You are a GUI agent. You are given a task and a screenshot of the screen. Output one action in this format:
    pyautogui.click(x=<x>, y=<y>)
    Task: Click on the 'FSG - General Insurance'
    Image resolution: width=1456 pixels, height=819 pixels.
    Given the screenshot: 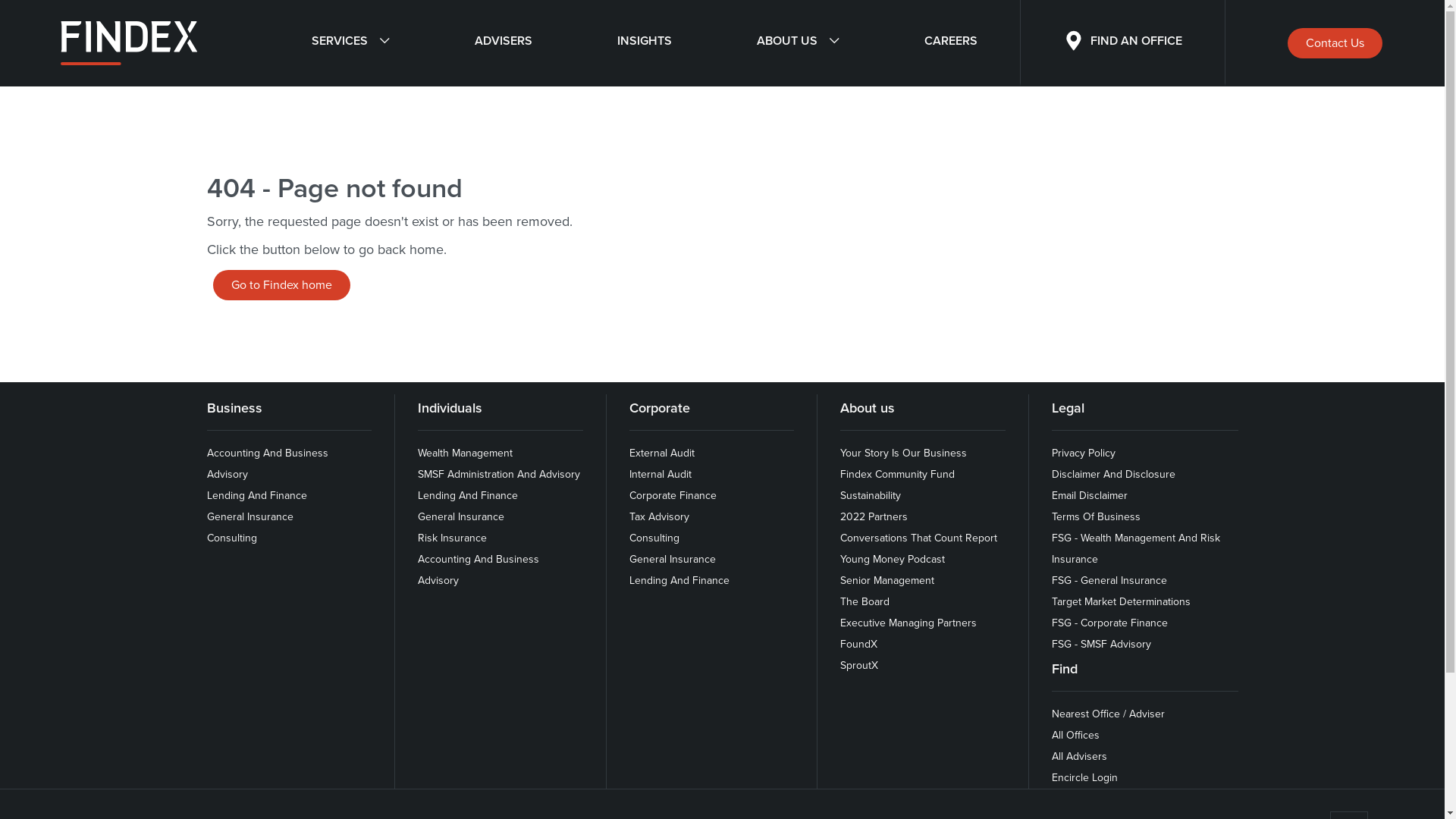 What is the action you would take?
    pyautogui.click(x=1051, y=580)
    